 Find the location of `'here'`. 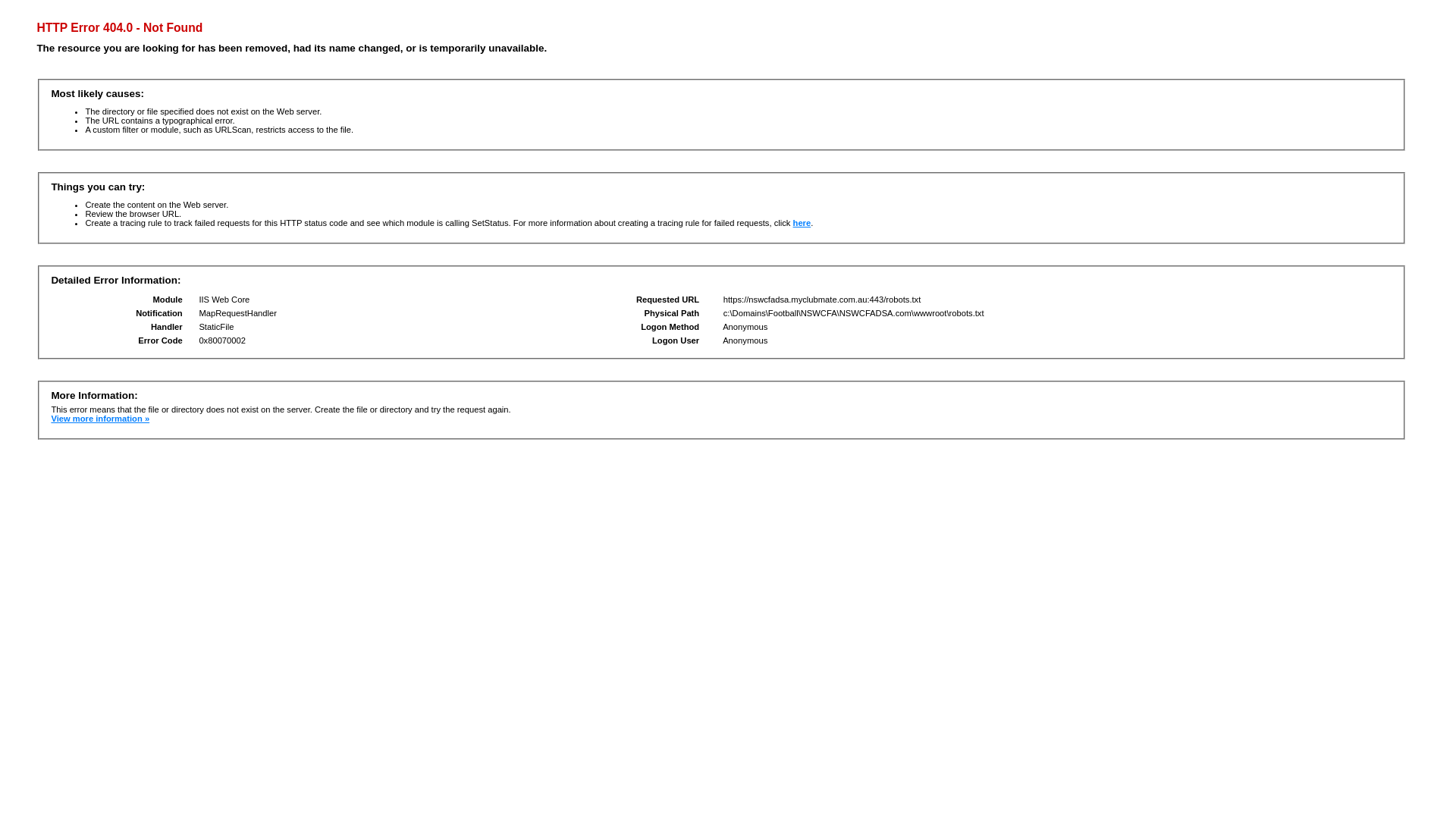

'here' is located at coordinates (801, 222).